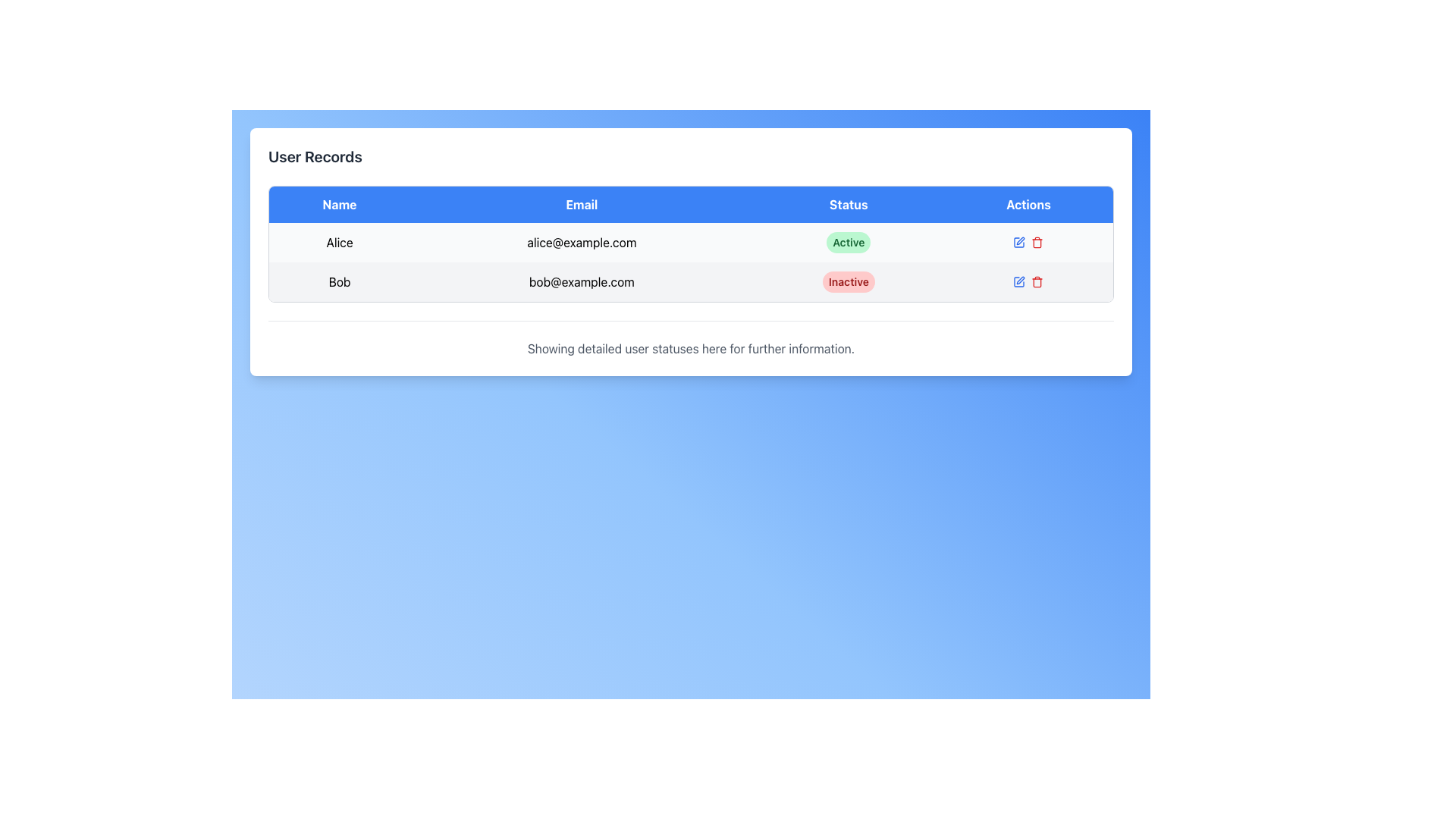 The image size is (1456, 819). Describe the element at coordinates (338, 281) in the screenshot. I see `the user name text label located in the first cell of the second row of the user records table, under the 'Name' column` at that location.